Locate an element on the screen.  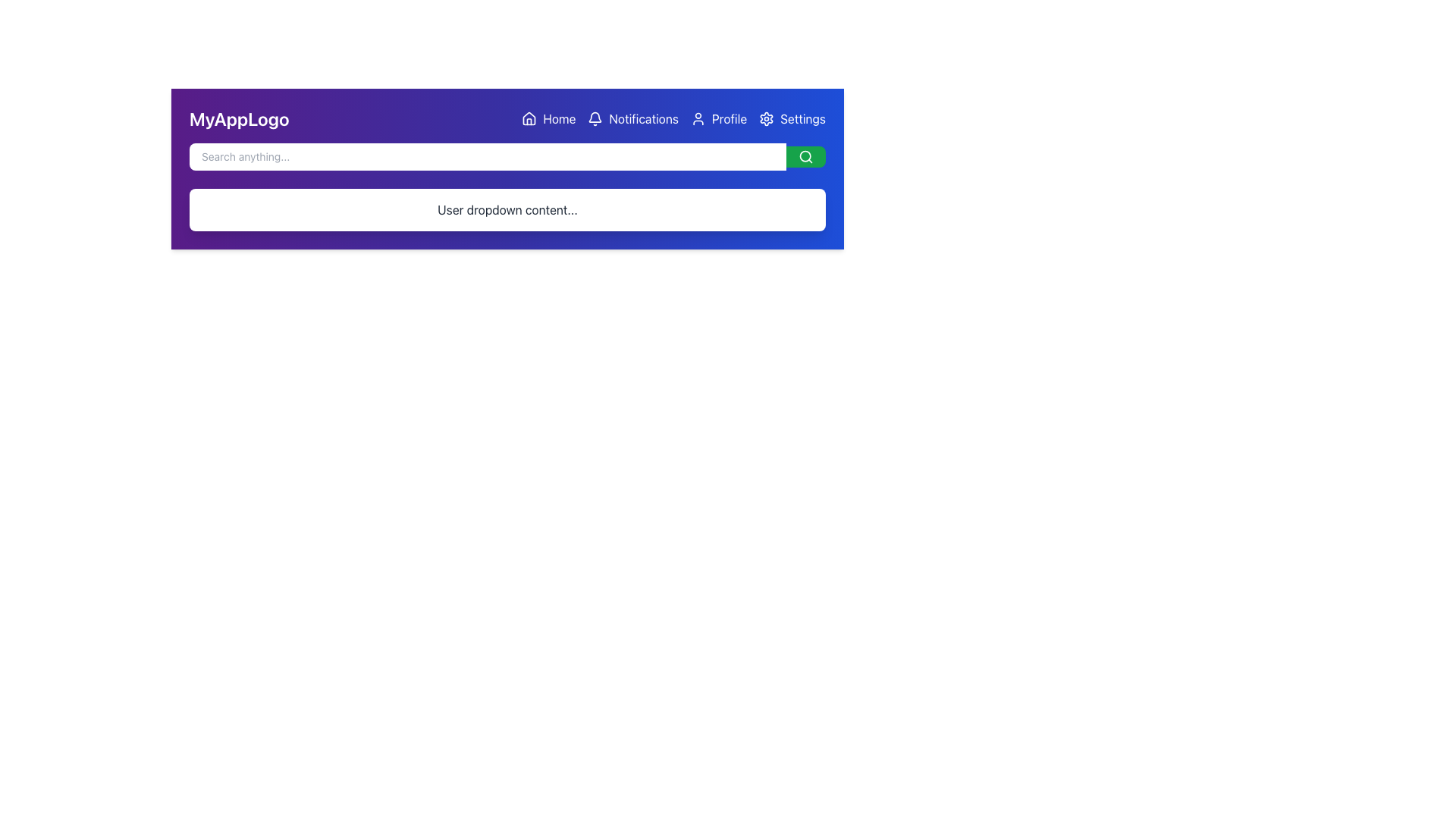
the search button located to the right of the search input field is located at coordinates (805, 157).